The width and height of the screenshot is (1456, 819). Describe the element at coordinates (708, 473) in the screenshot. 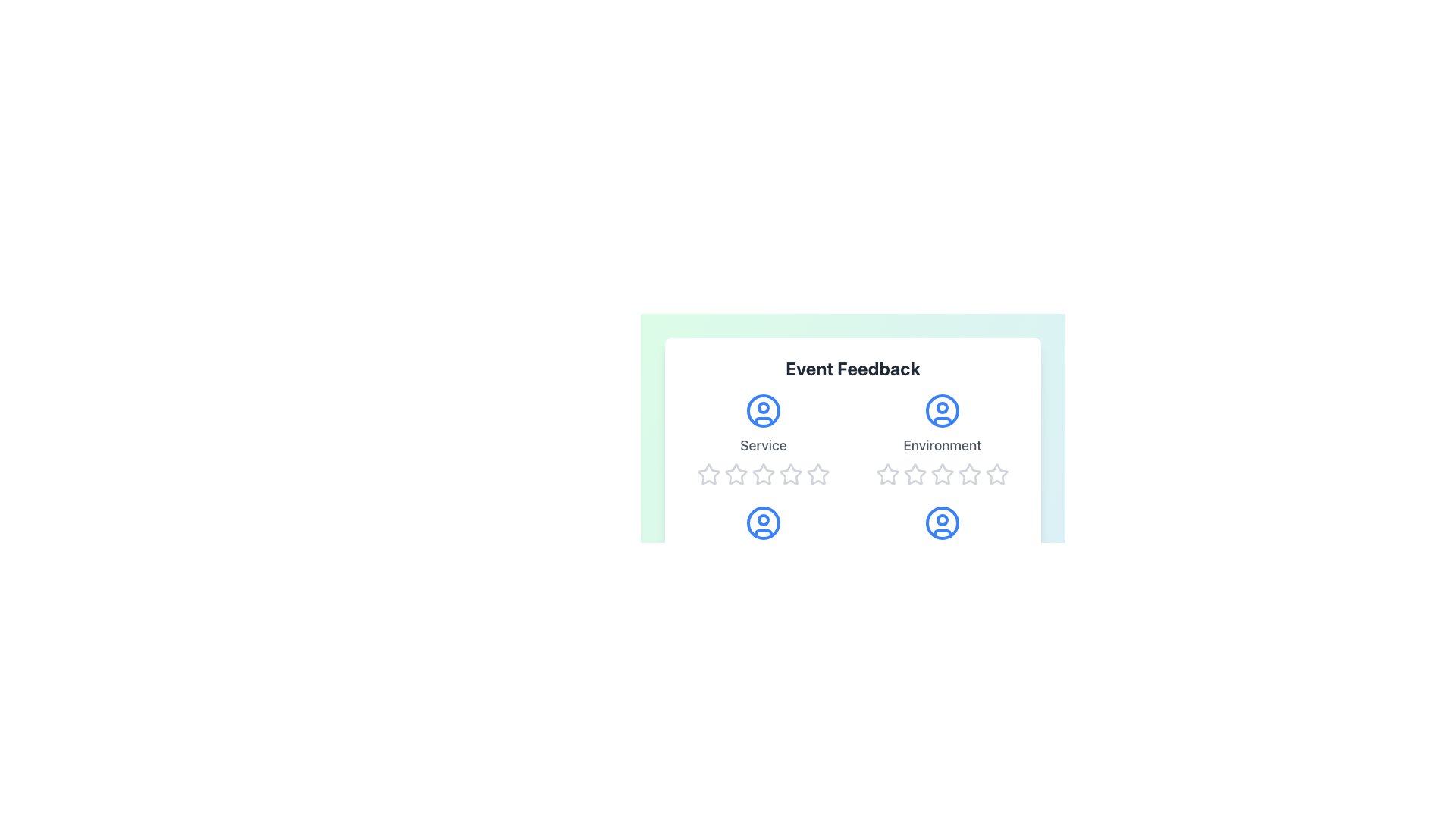

I see `the first rating star in the 'Service' rating group` at that location.